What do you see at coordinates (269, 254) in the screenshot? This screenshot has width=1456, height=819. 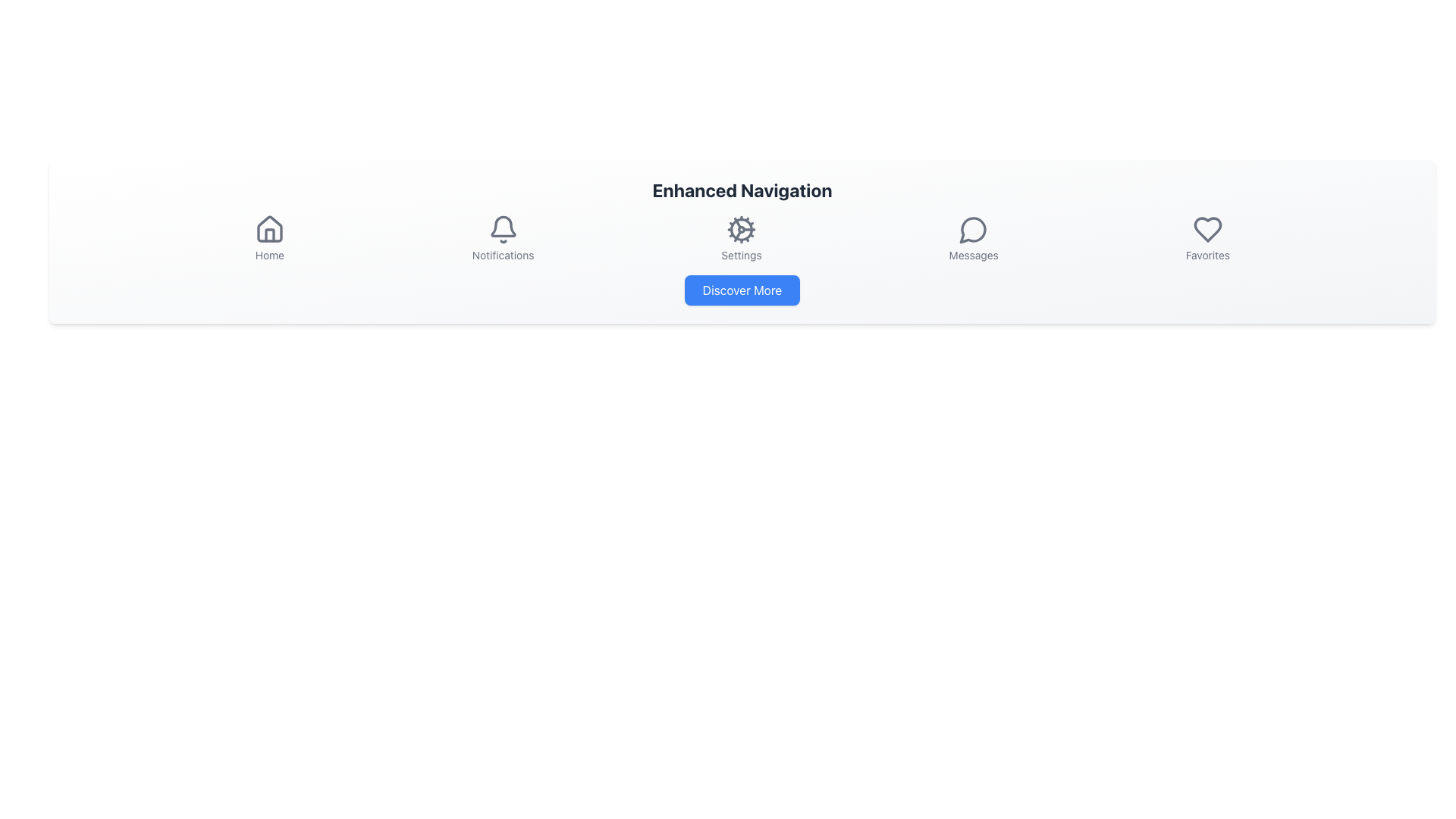 I see `the 'Home' text label, which is displayed in a small gray font below a house icon in the navigation menu` at bounding box center [269, 254].